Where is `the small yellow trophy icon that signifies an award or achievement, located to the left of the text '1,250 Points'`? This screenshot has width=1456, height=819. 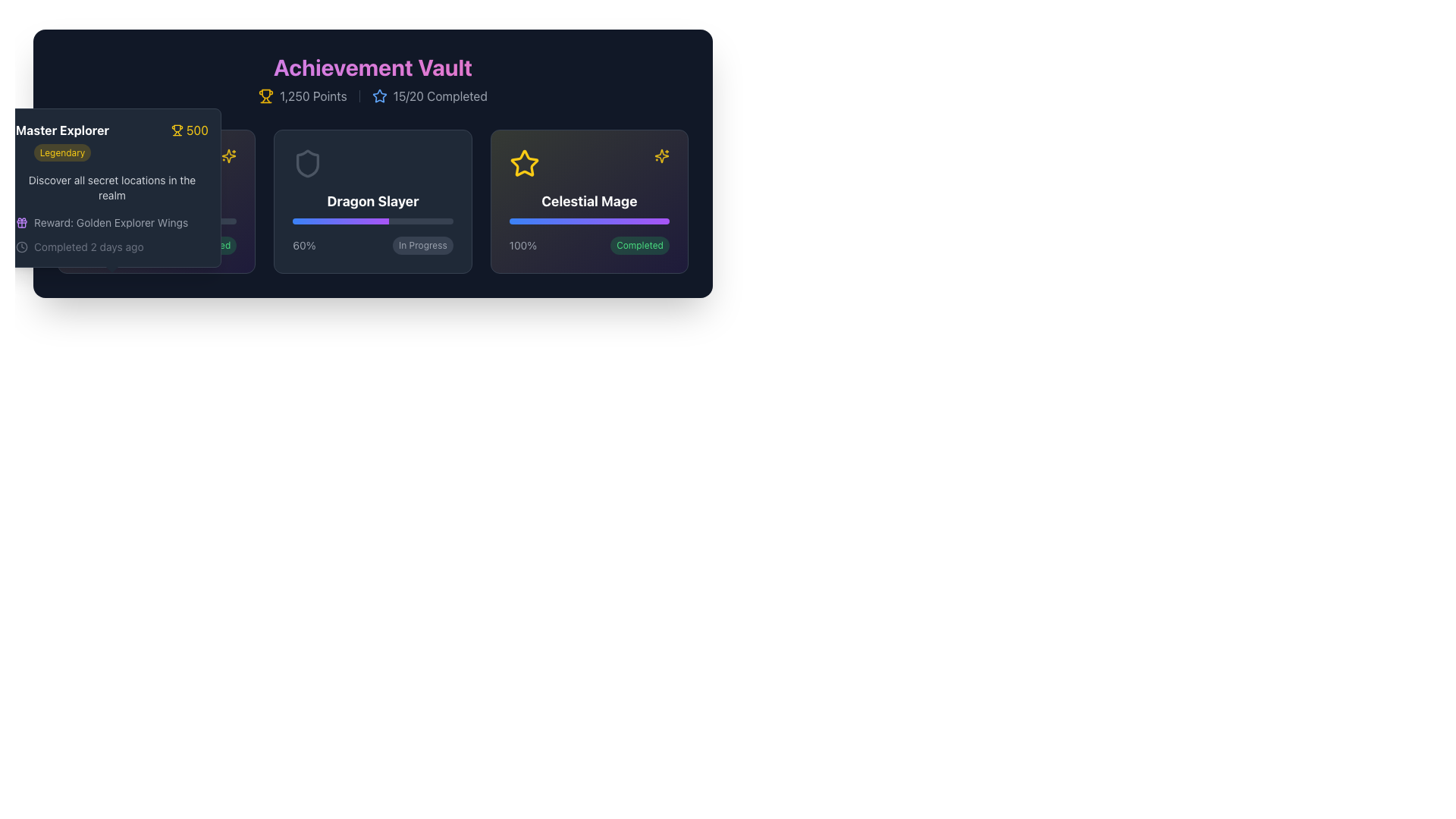
the small yellow trophy icon that signifies an award or achievement, located to the left of the text '1,250 Points' is located at coordinates (266, 96).